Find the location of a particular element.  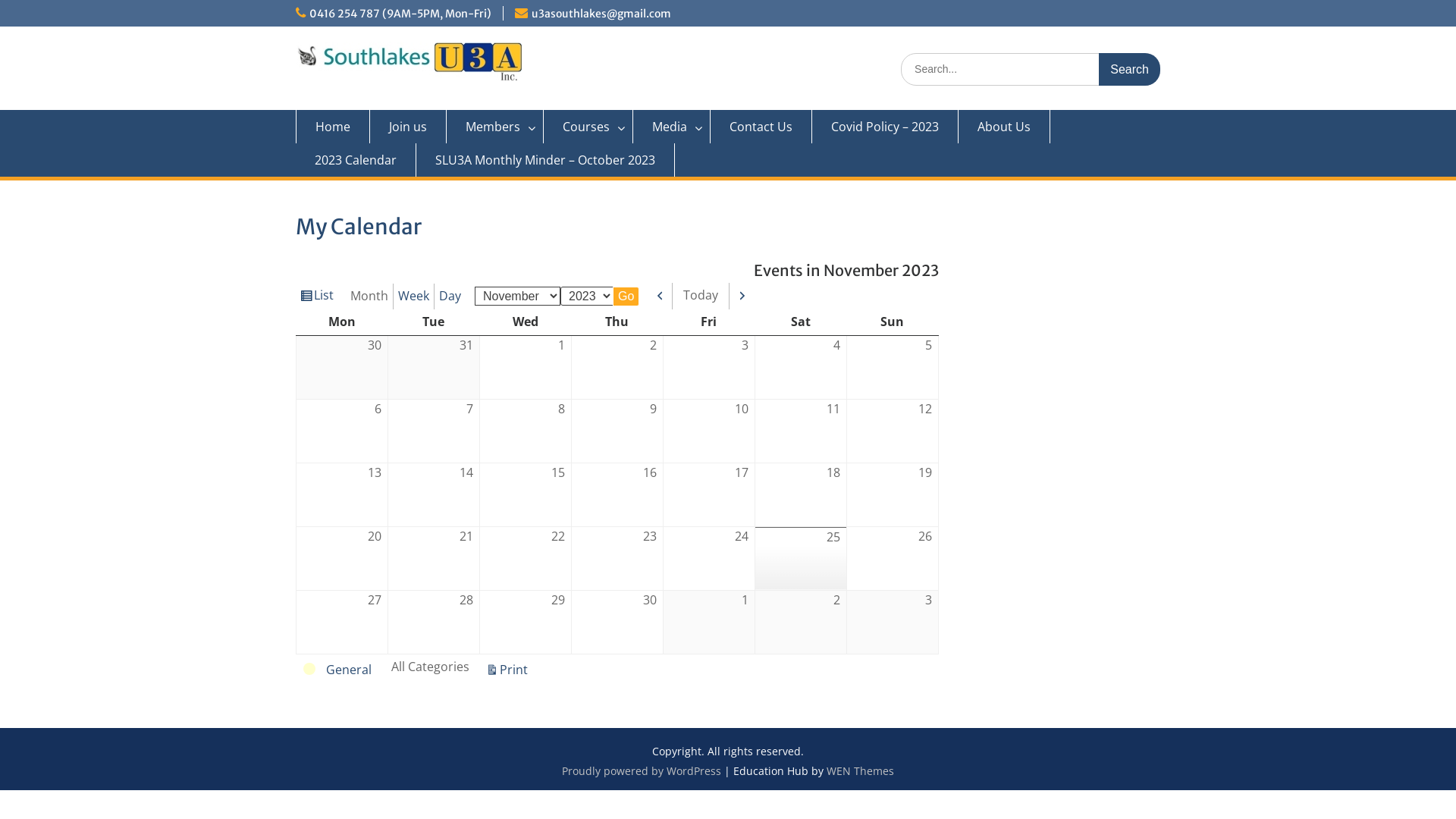

'View as is located at coordinates (315, 296).